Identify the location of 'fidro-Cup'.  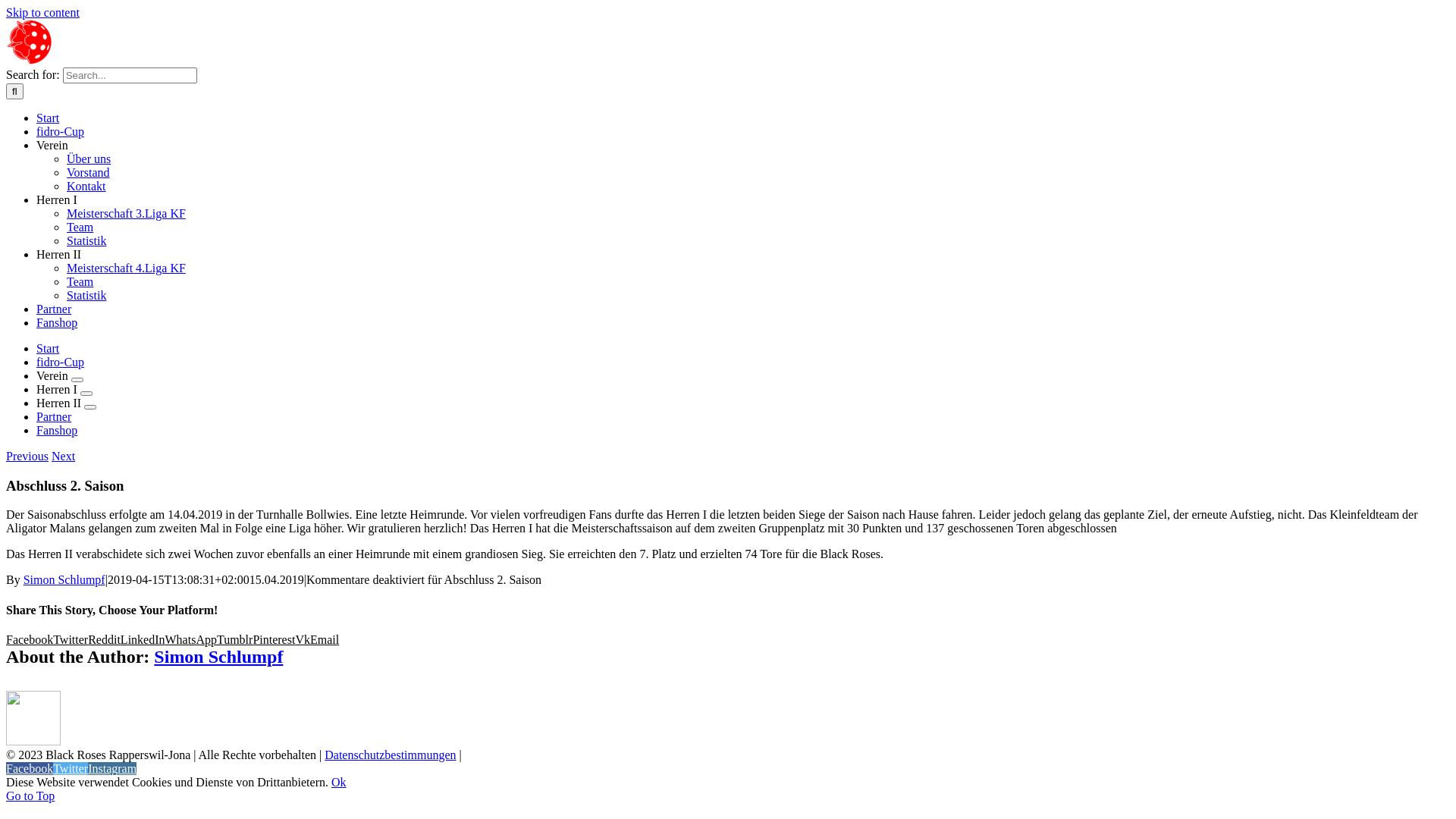
(36, 130).